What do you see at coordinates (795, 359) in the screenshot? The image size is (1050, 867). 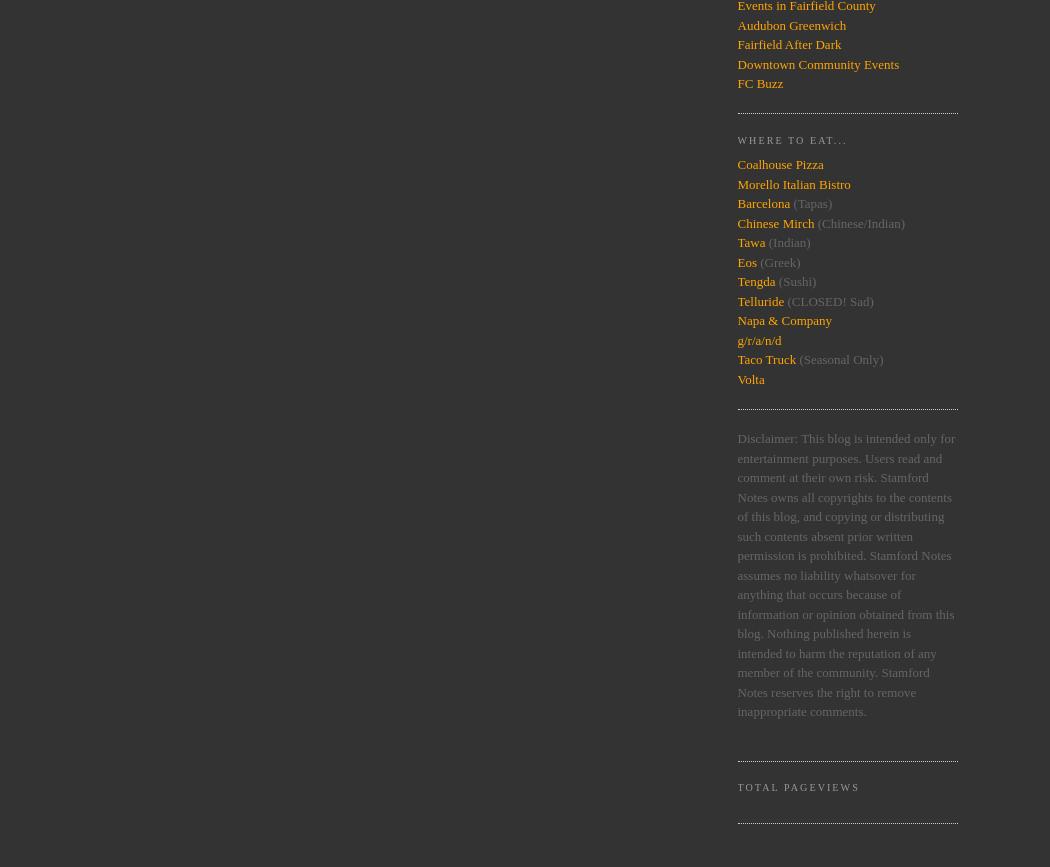 I see `'(Seasonal Only)'` at bounding box center [795, 359].